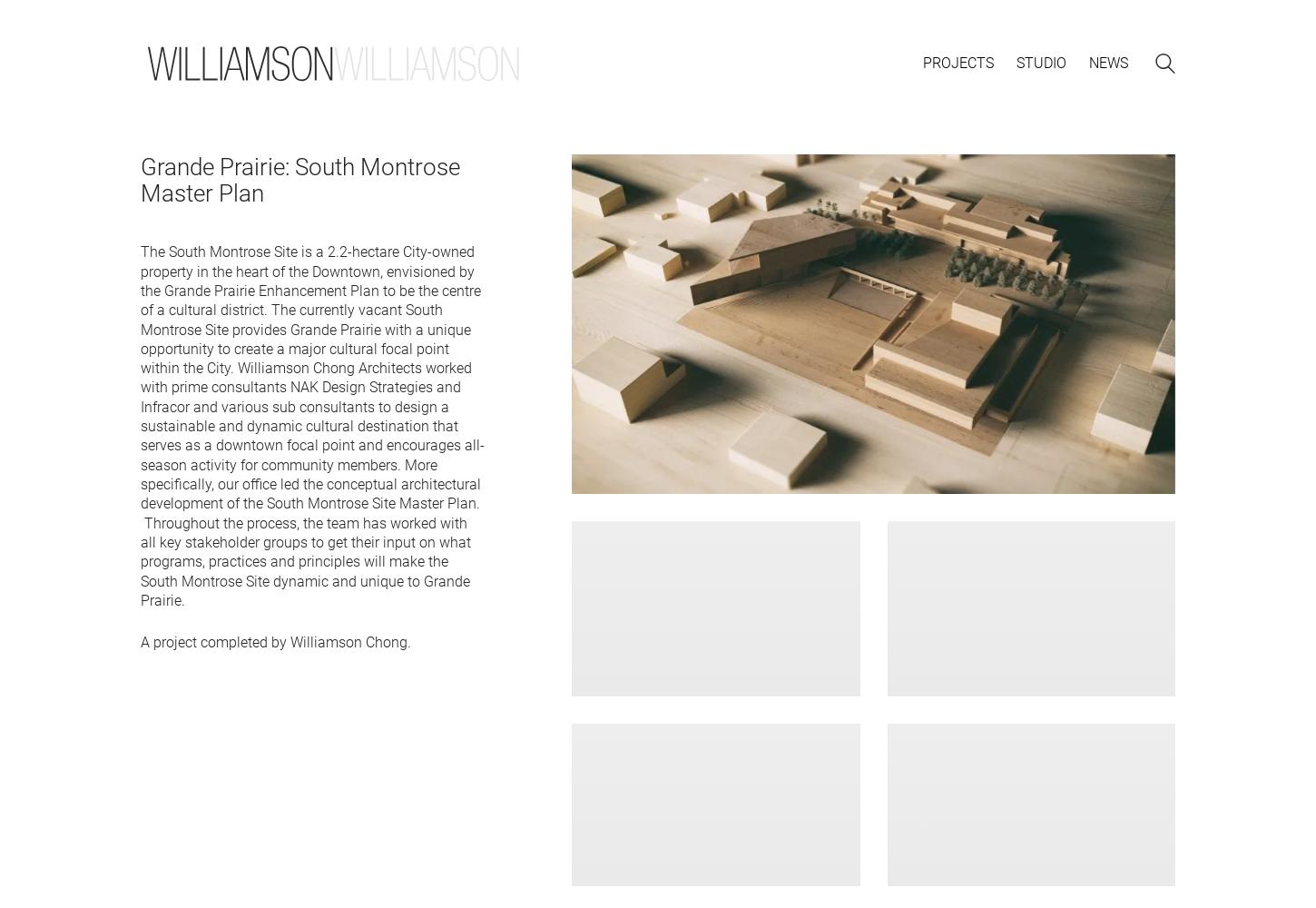 The width and height of the screenshot is (1316, 908). I want to click on 'c', so click(1020, 62).